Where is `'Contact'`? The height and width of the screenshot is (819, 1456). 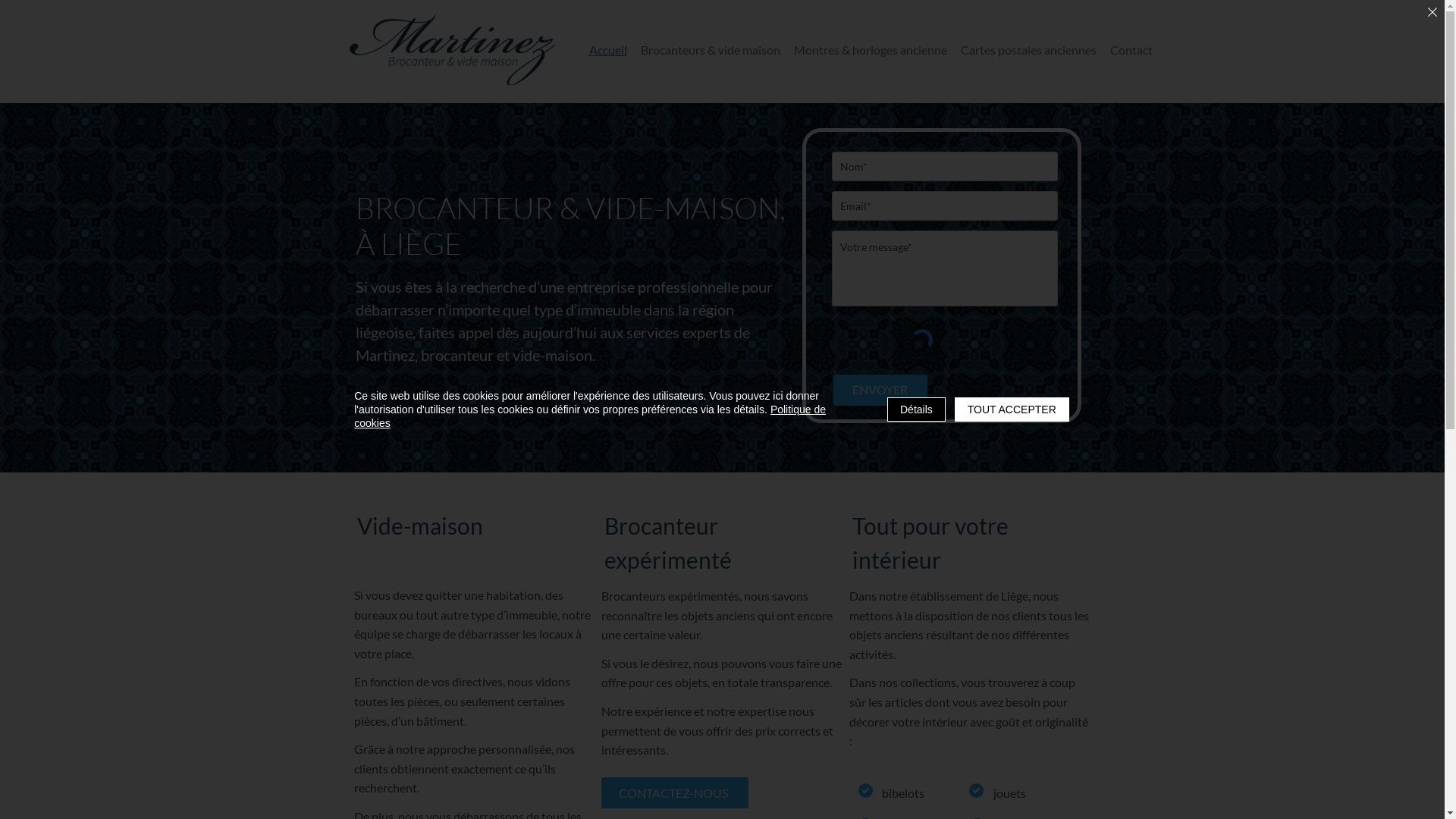
'Contact' is located at coordinates (1131, 49).